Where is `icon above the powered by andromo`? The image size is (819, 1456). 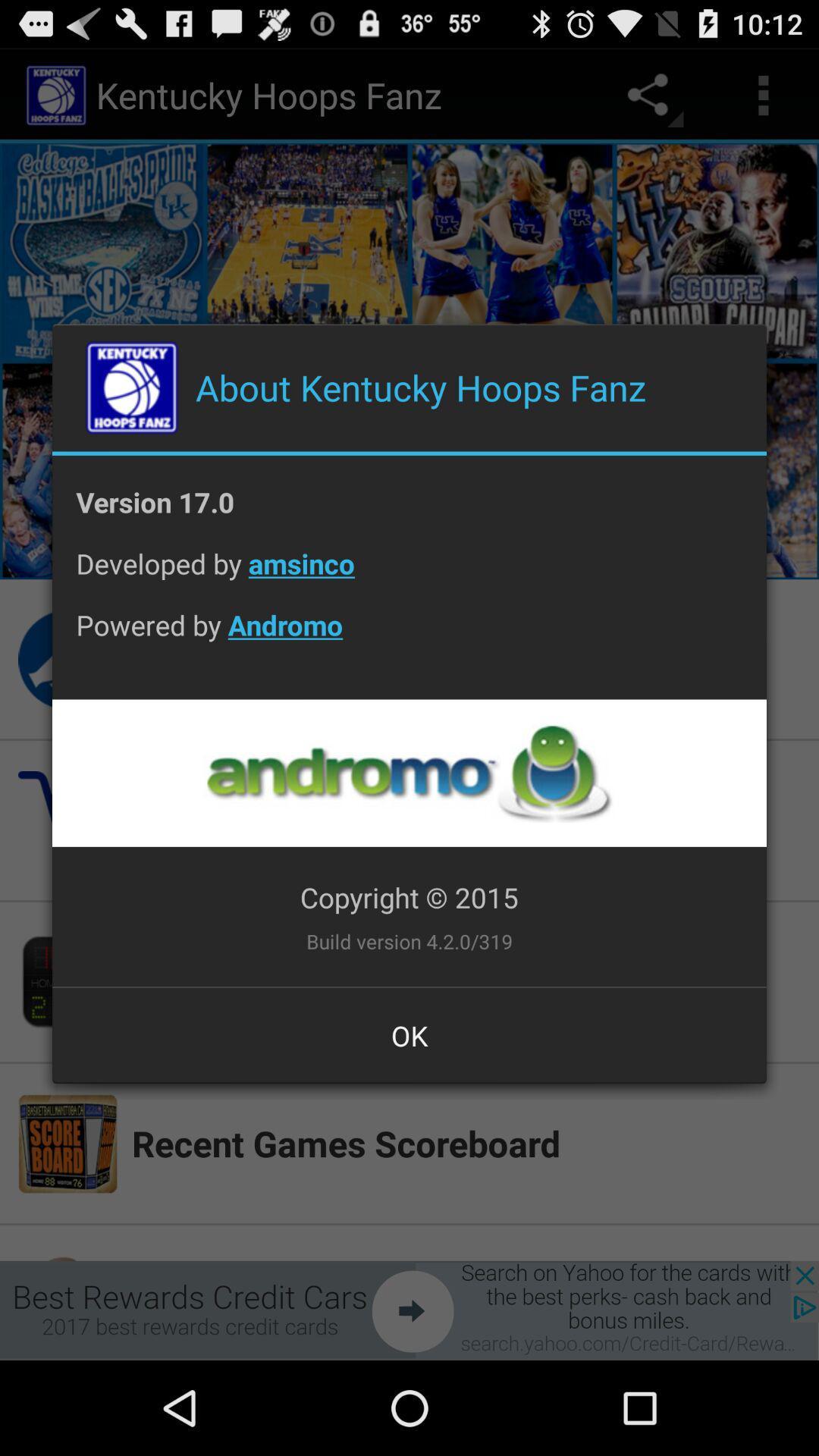 icon above the powered by andromo is located at coordinates (409, 574).